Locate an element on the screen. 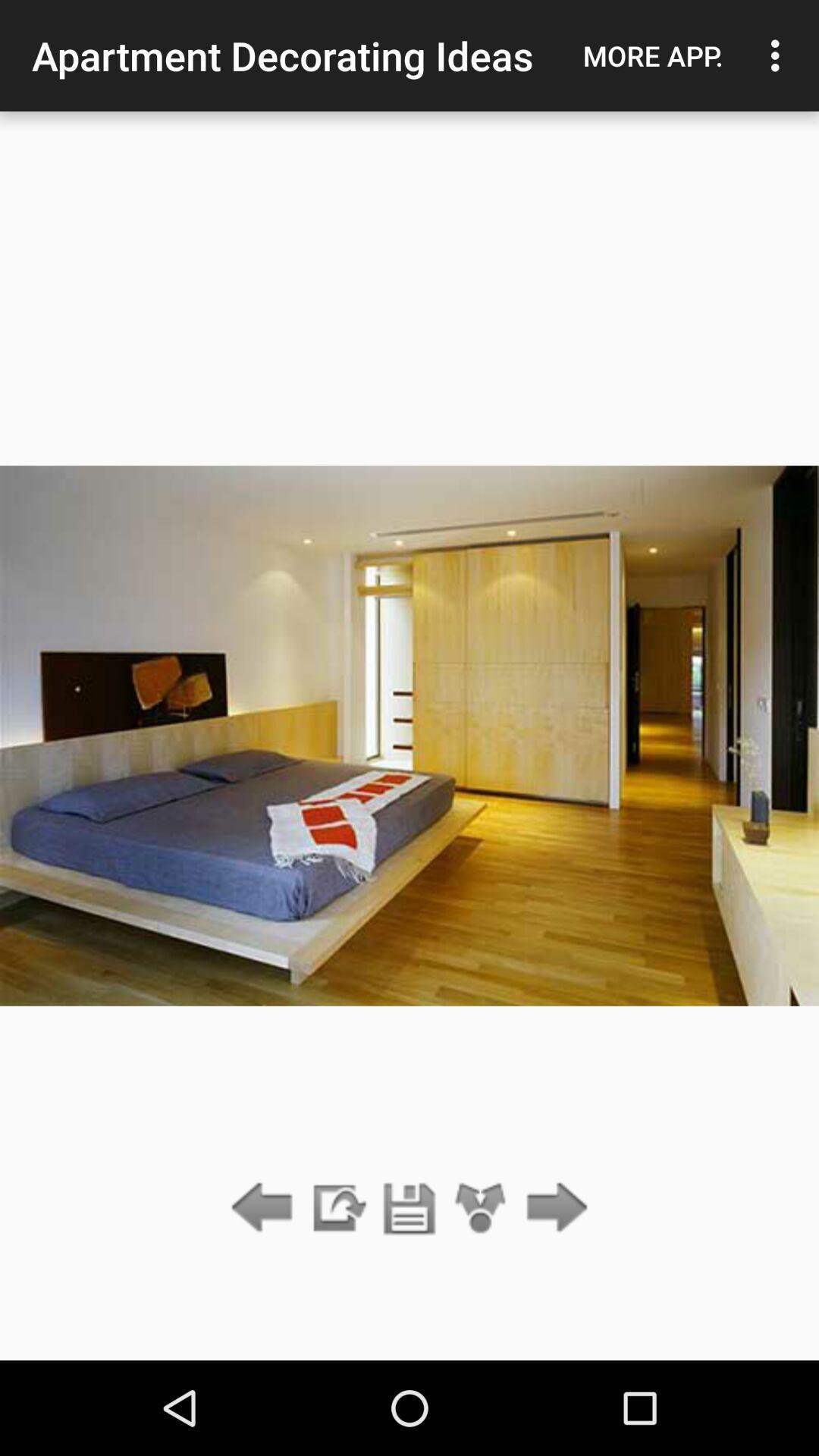  the arrow_forward icon is located at coordinates (553, 1208).